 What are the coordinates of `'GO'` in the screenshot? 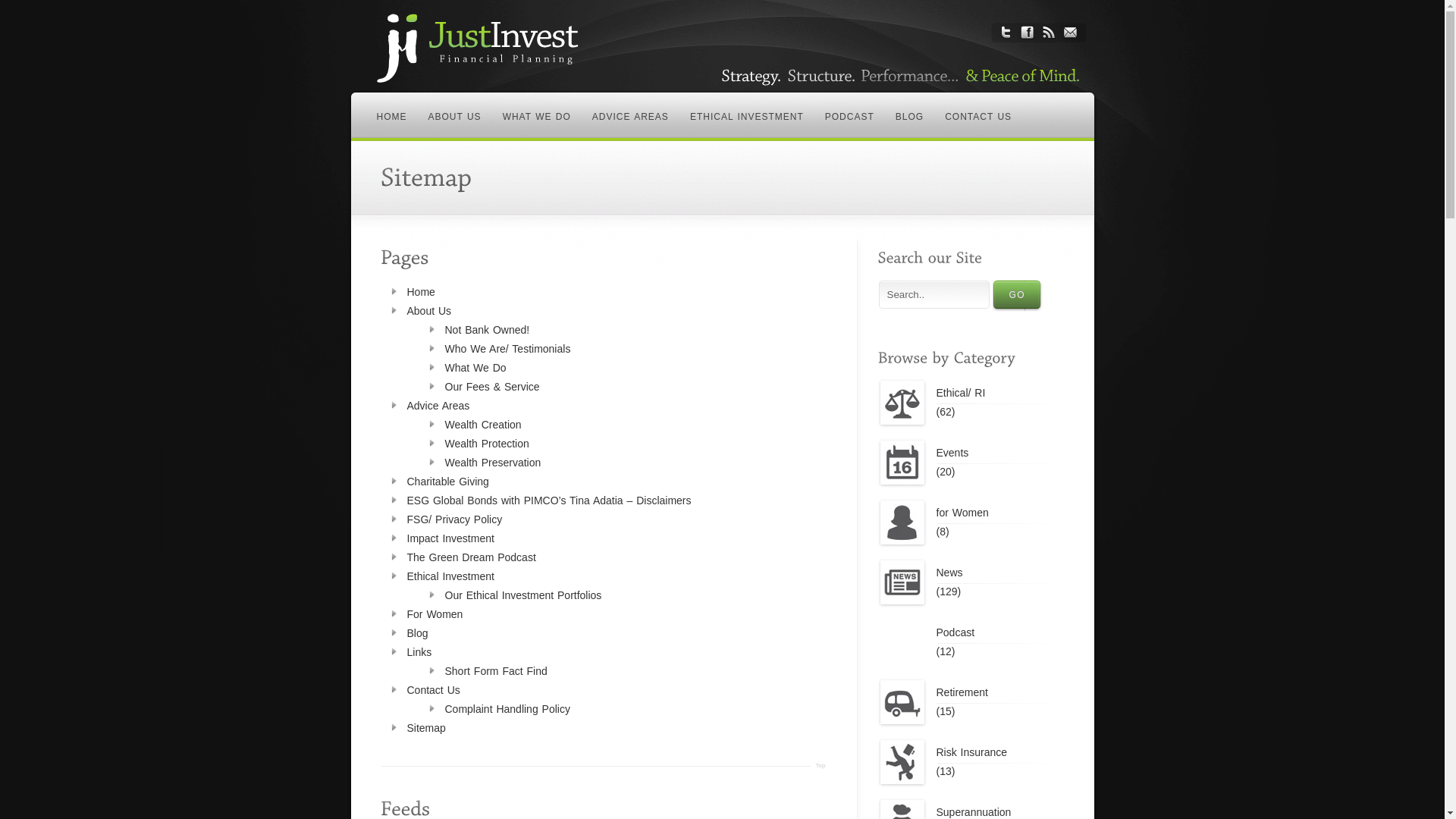 It's located at (1018, 295).